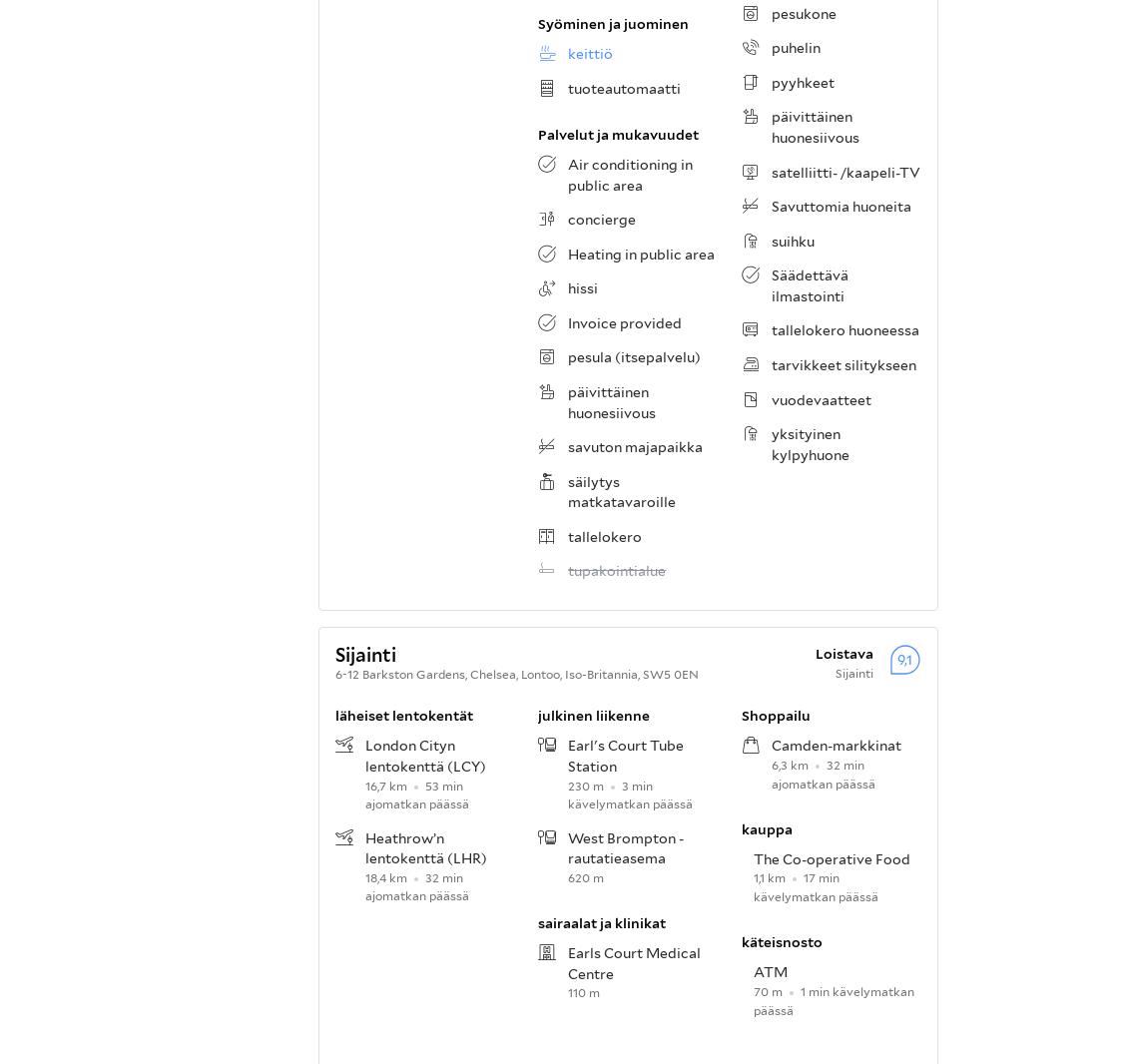 Image resolution: width=1130 pixels, height=1064 pixels. What do you see at coordinates (384, 784) in the screenshot?
I see `'16,7 km'` at bounding box center [384, 784].